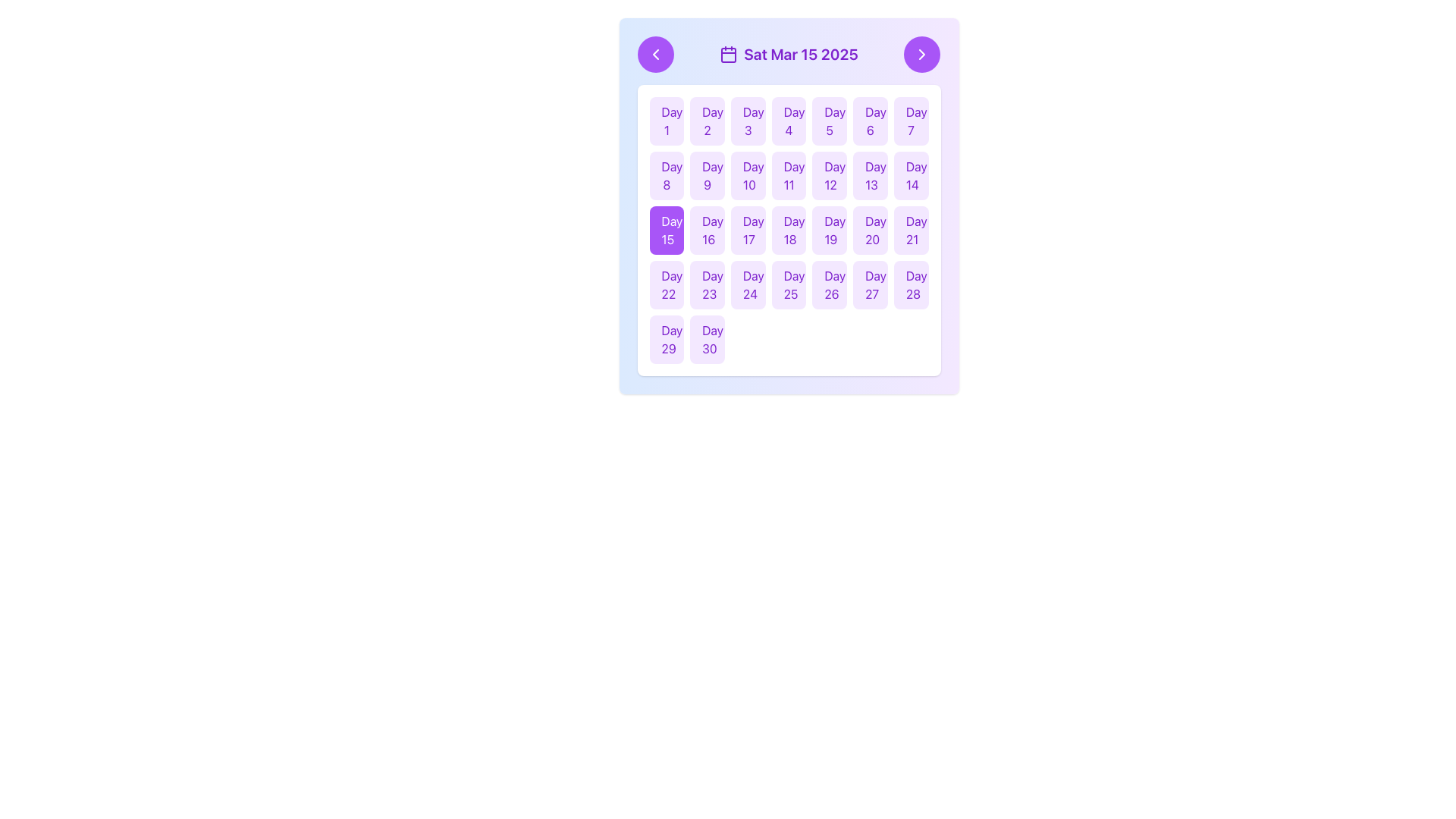 Image resolution: width=1456 pixels, height=819 pixels. Describe the element at coordinates (870, 120) in the screenshot. I see `the button representing the sixth day in the calendar interface, located in the first row and sixth column of the grid` at that location.